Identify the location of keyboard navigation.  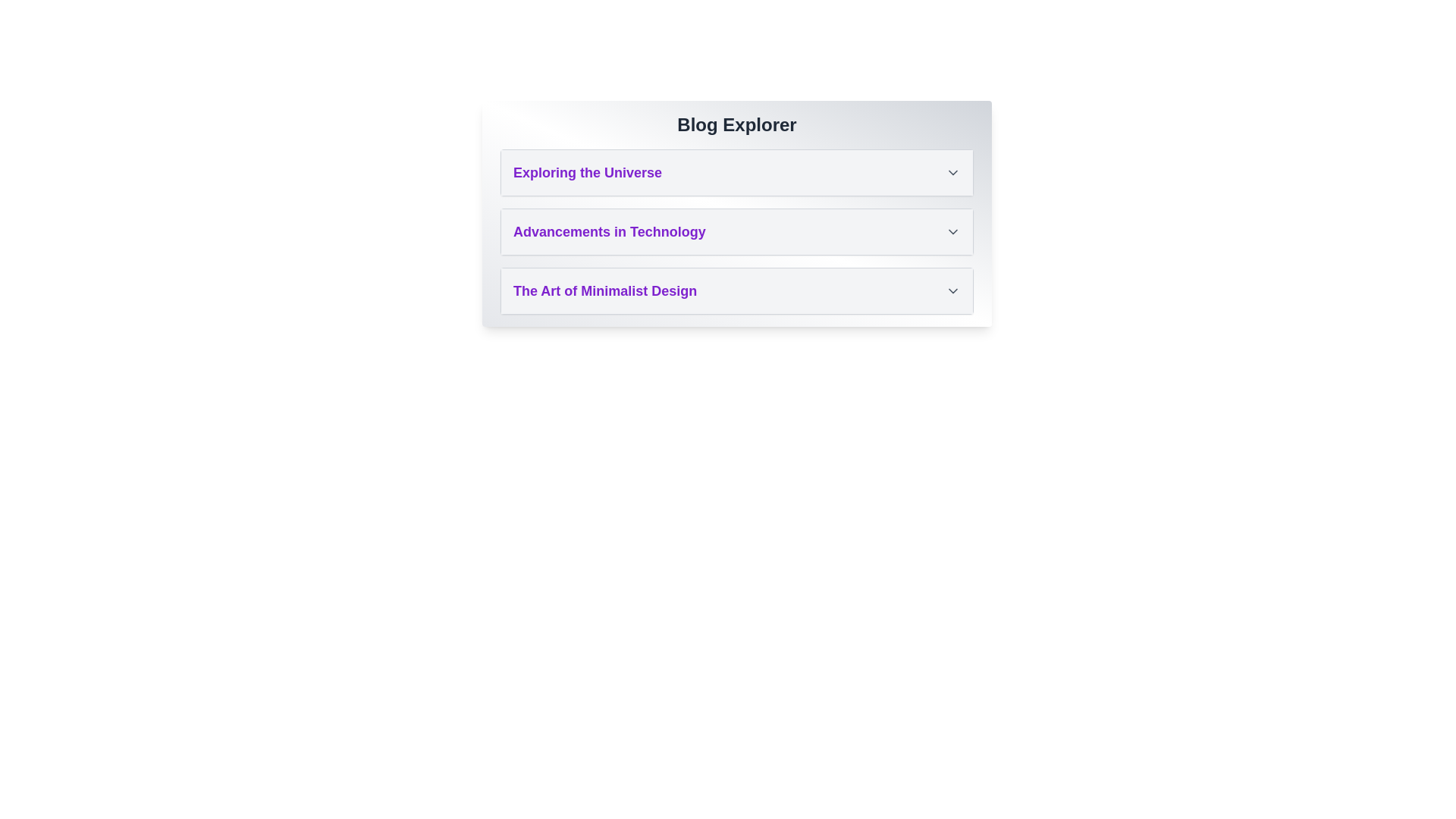
(736, 171).